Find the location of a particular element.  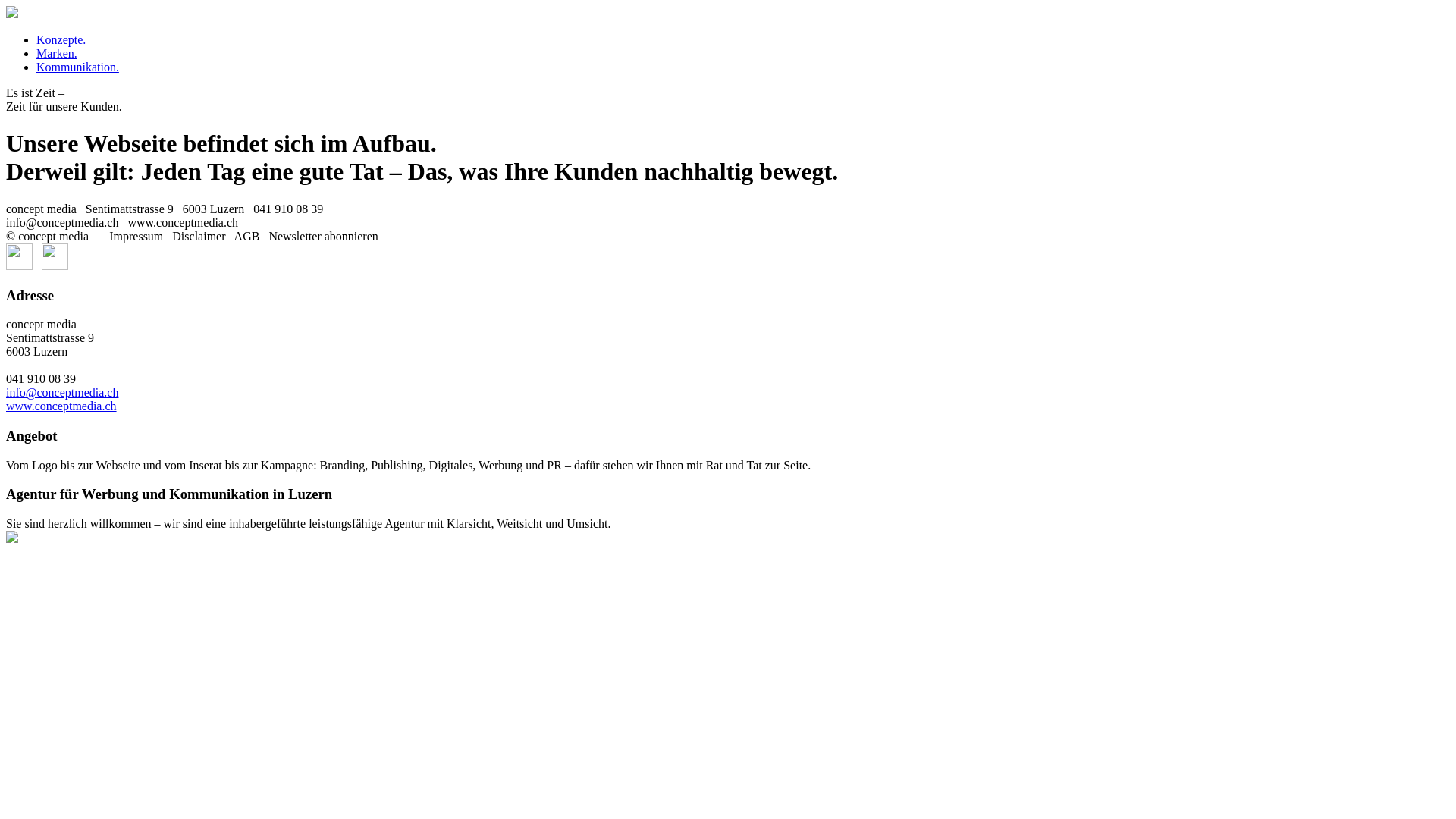

'Konzepte.' is located at coordinates (61, 39).